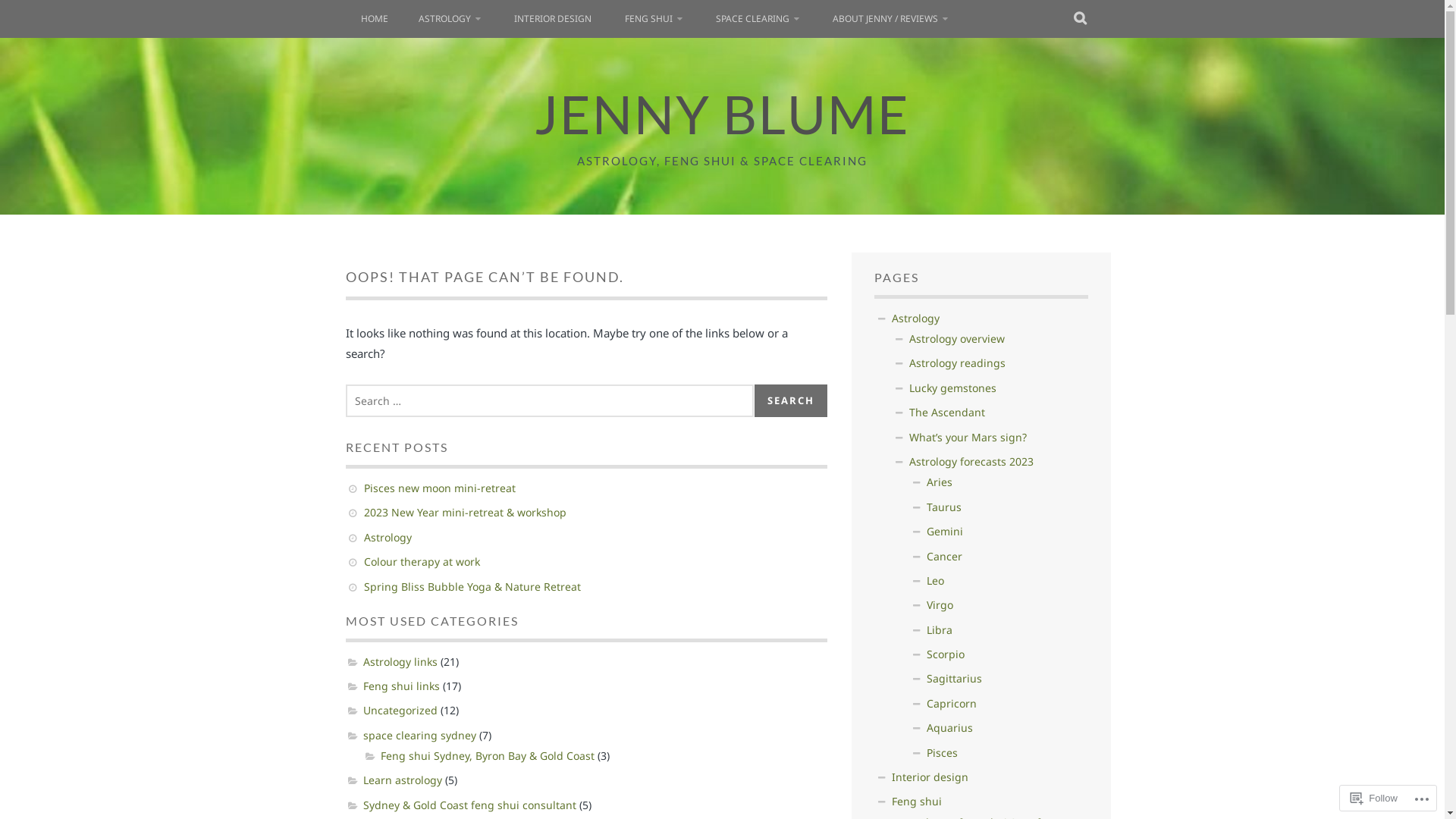 Image resolution: width=1456 pixels, height=819 pixels. Describe the element at coordinates (488, 755) in the screenshot. I see `'Feng shui Sydney, Byron Bay & Gold Coast'` at that location.